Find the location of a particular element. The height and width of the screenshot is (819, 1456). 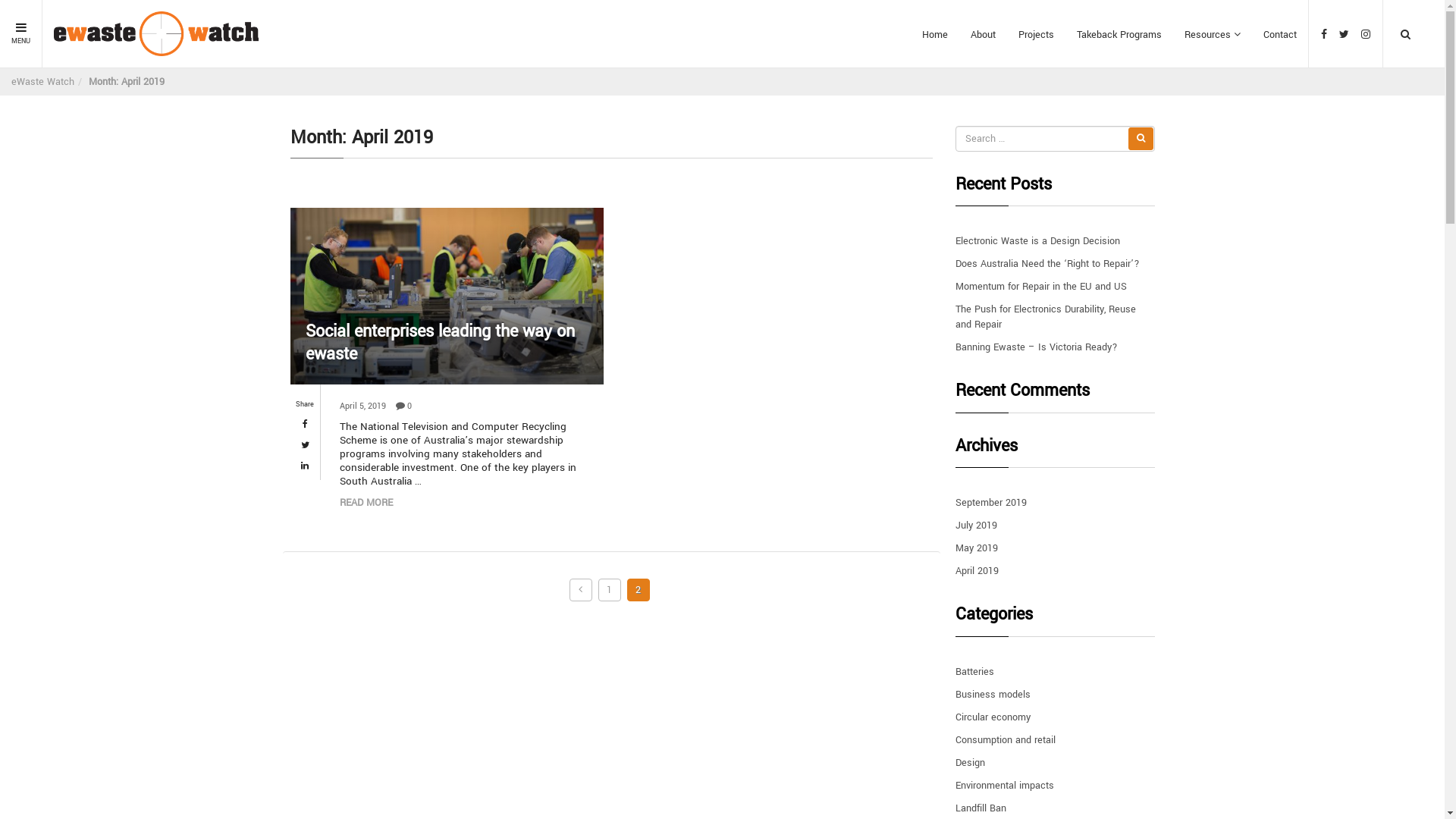

'Social enterprises leading the way on ewaste' is located at coordinates (446, 342).